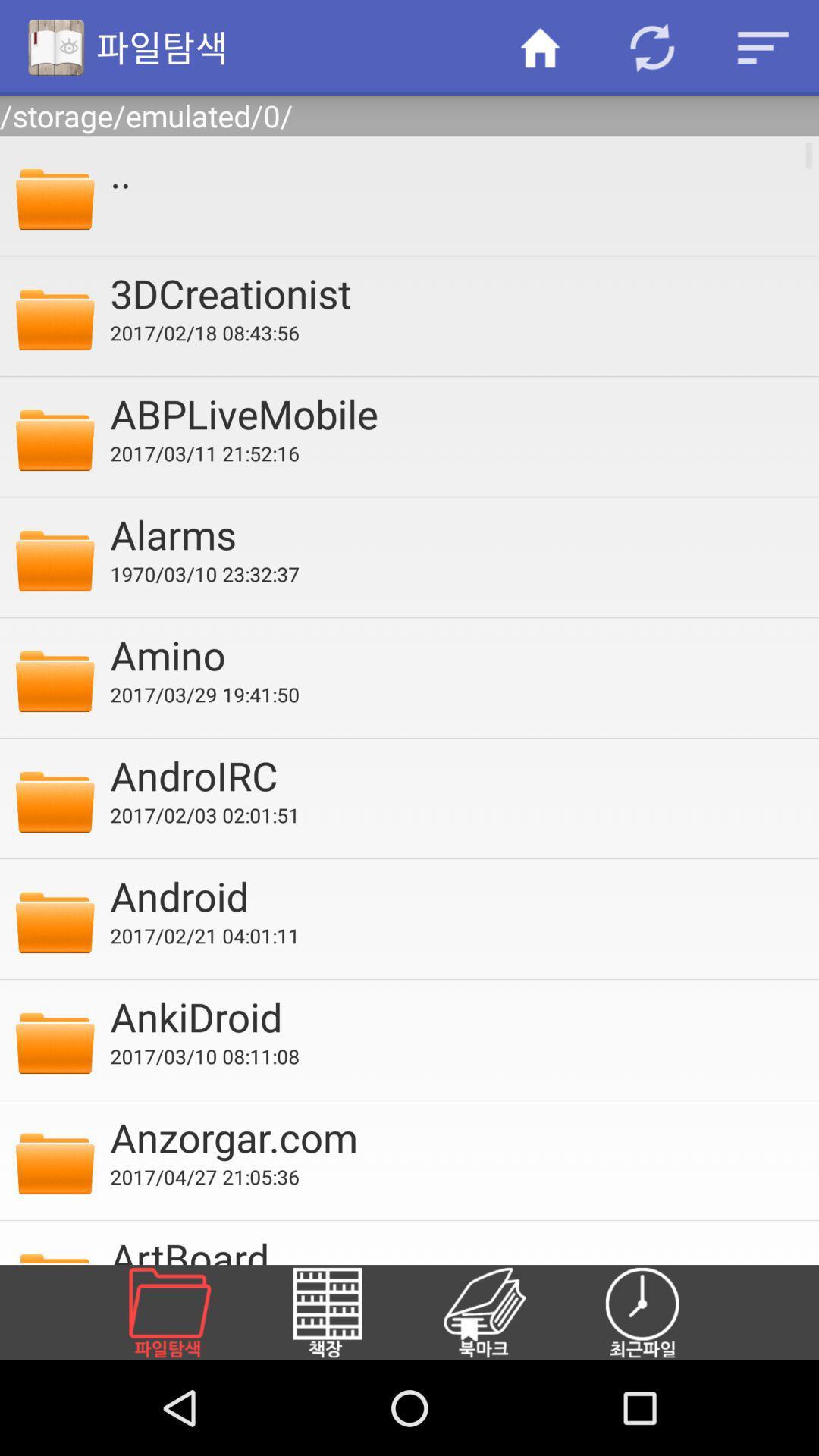 The width and height of the screenshot is (819, 1456). I want to click on the item above the 3dcreationist, so click(453, 172).